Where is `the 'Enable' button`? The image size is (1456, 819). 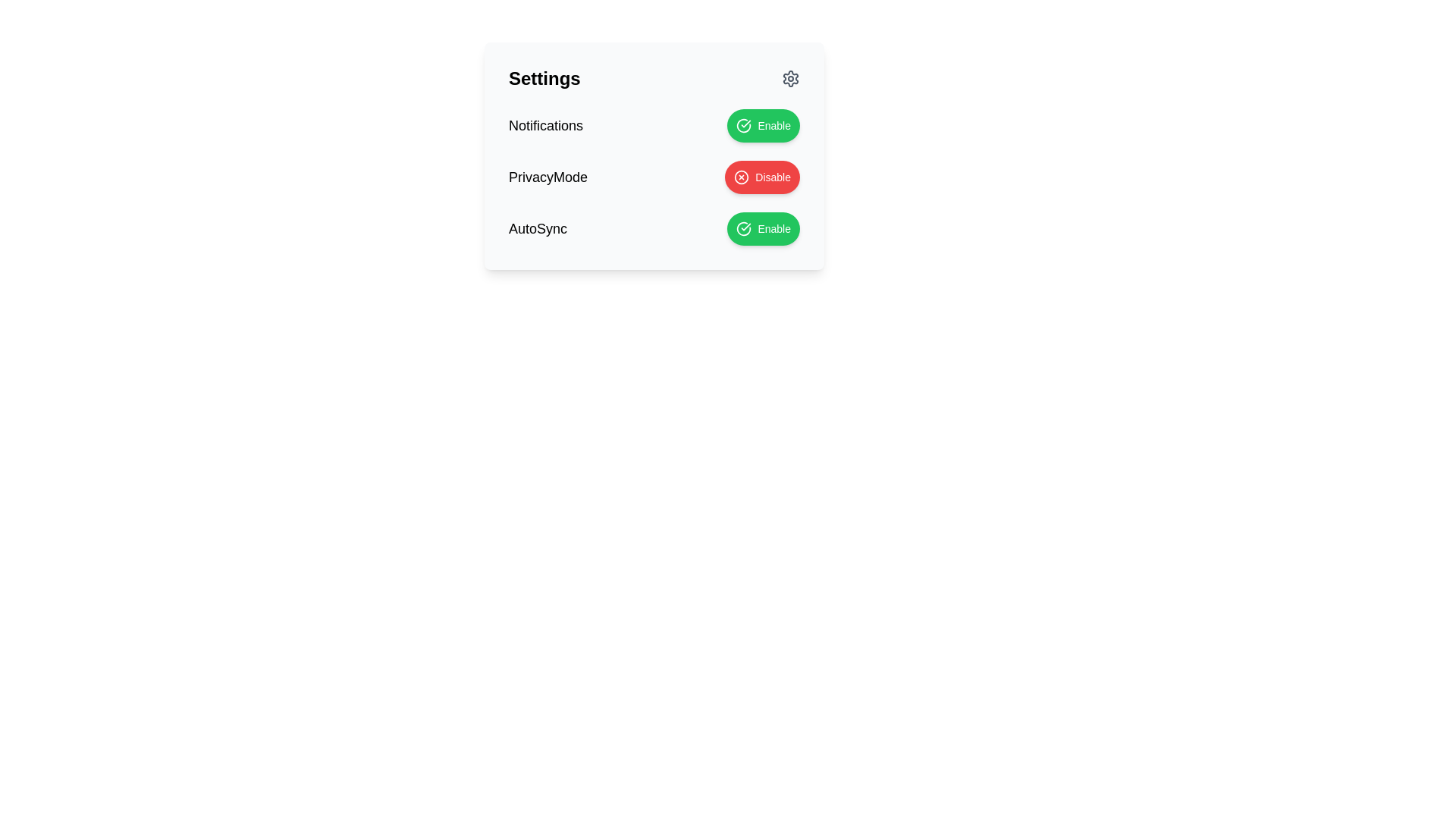 the 'Enable' button is located at coordinates (774, 124).